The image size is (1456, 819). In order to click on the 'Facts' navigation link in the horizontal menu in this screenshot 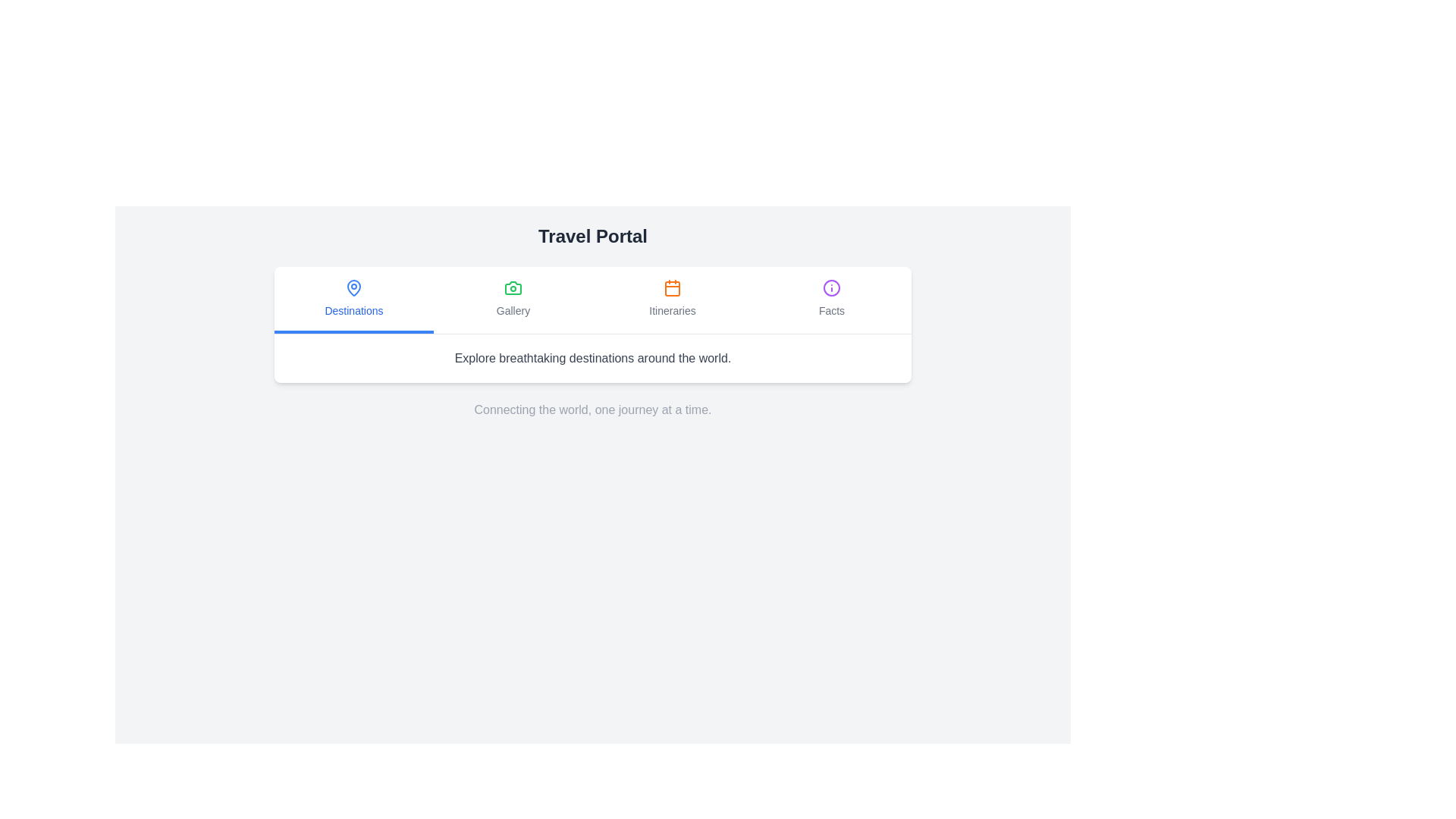, I will do `click(831, 298)`.